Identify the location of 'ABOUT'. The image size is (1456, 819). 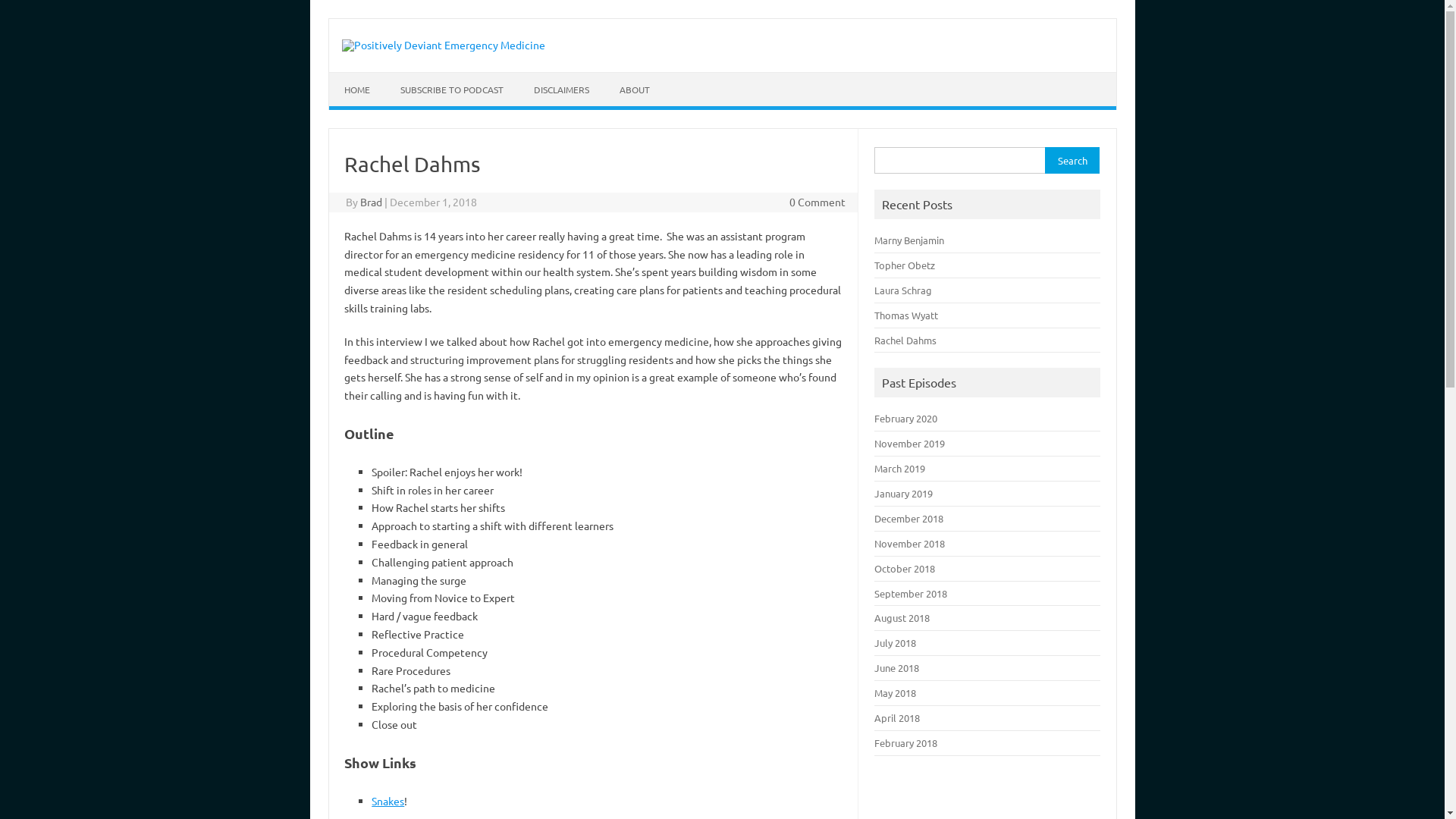
(633, 89).